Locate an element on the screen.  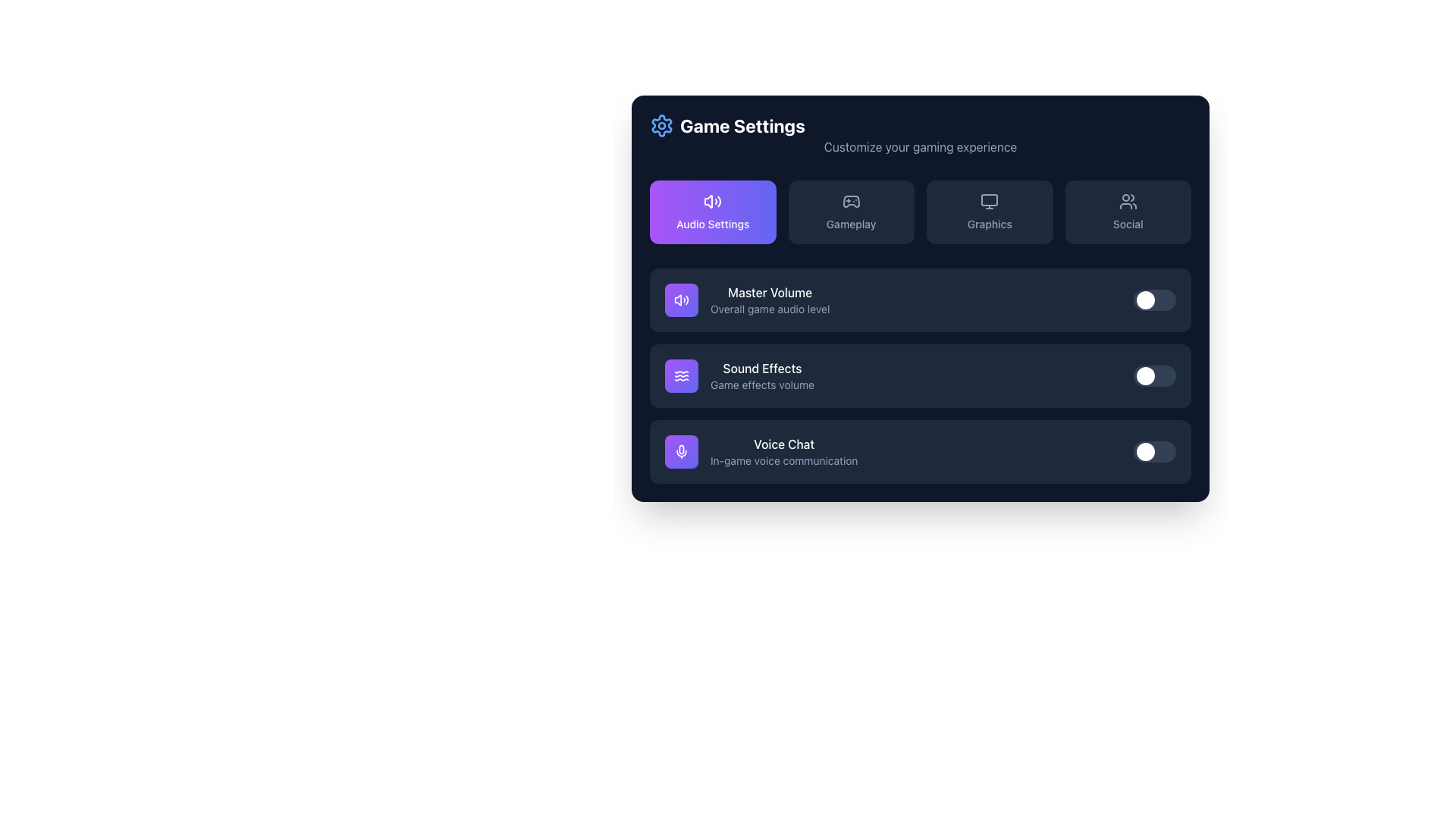
the second button in the horizontal grid of four buttons is located at coordinates (851, 212).